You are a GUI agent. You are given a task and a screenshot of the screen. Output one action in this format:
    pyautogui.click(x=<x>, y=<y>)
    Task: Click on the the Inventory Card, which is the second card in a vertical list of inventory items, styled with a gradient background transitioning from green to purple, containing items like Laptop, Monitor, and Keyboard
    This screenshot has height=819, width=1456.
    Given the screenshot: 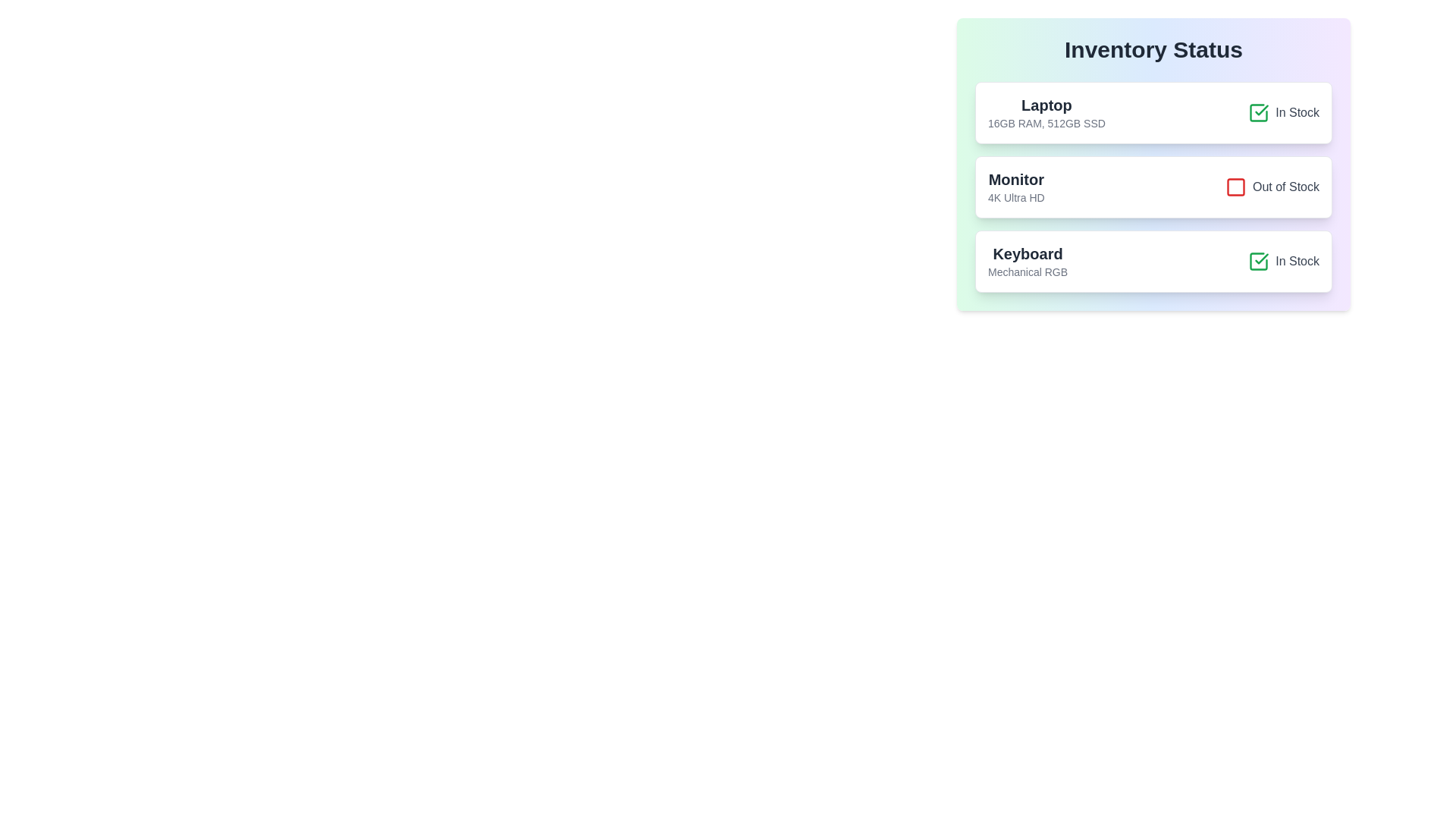 What is the action you would take?
    pyautogui.click(x=1153, y=164)
    